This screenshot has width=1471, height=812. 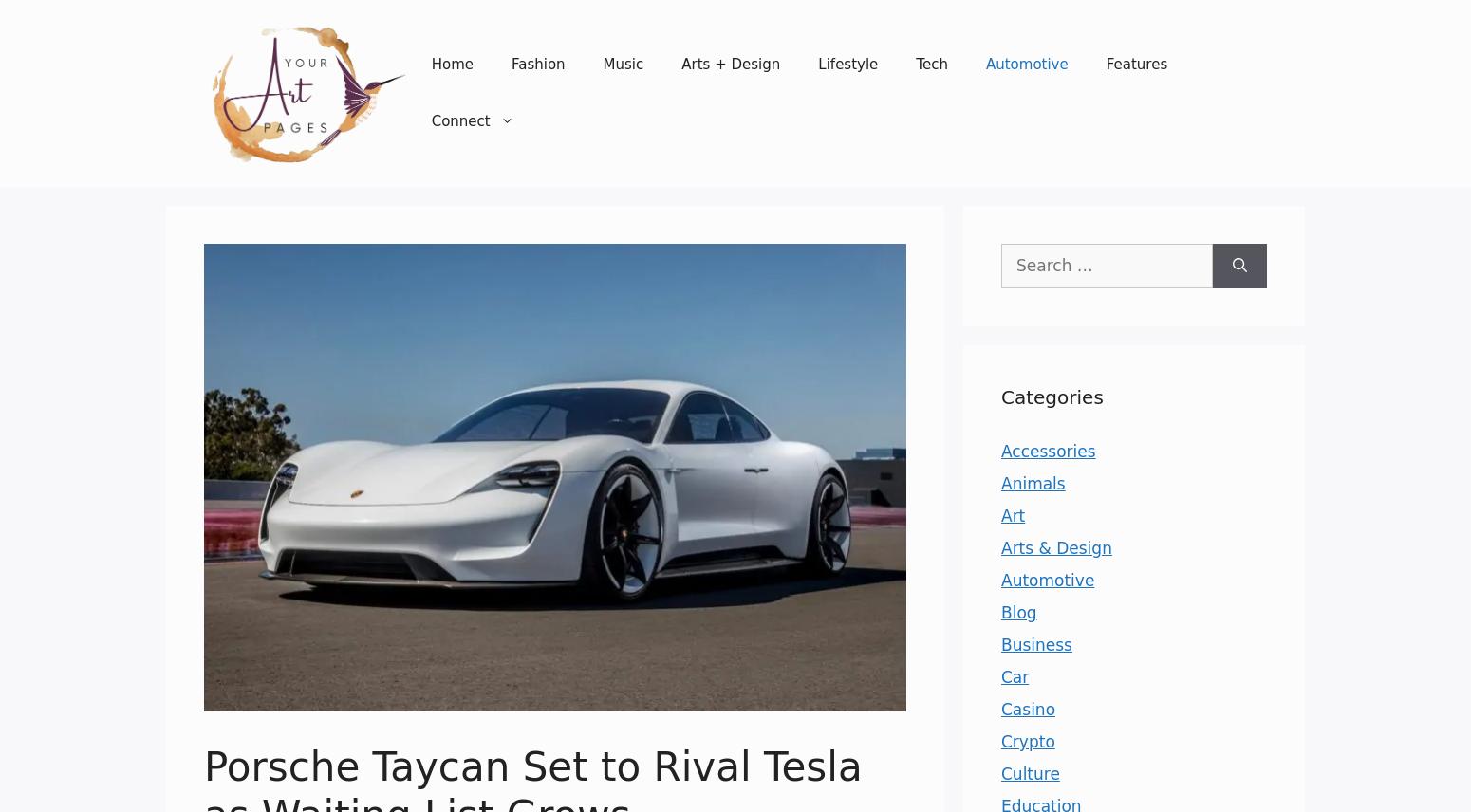 What do you see at coordinates (1047, 451) in the screenshot?
I see `'Accessories'` at bounding box center [1047, 451].